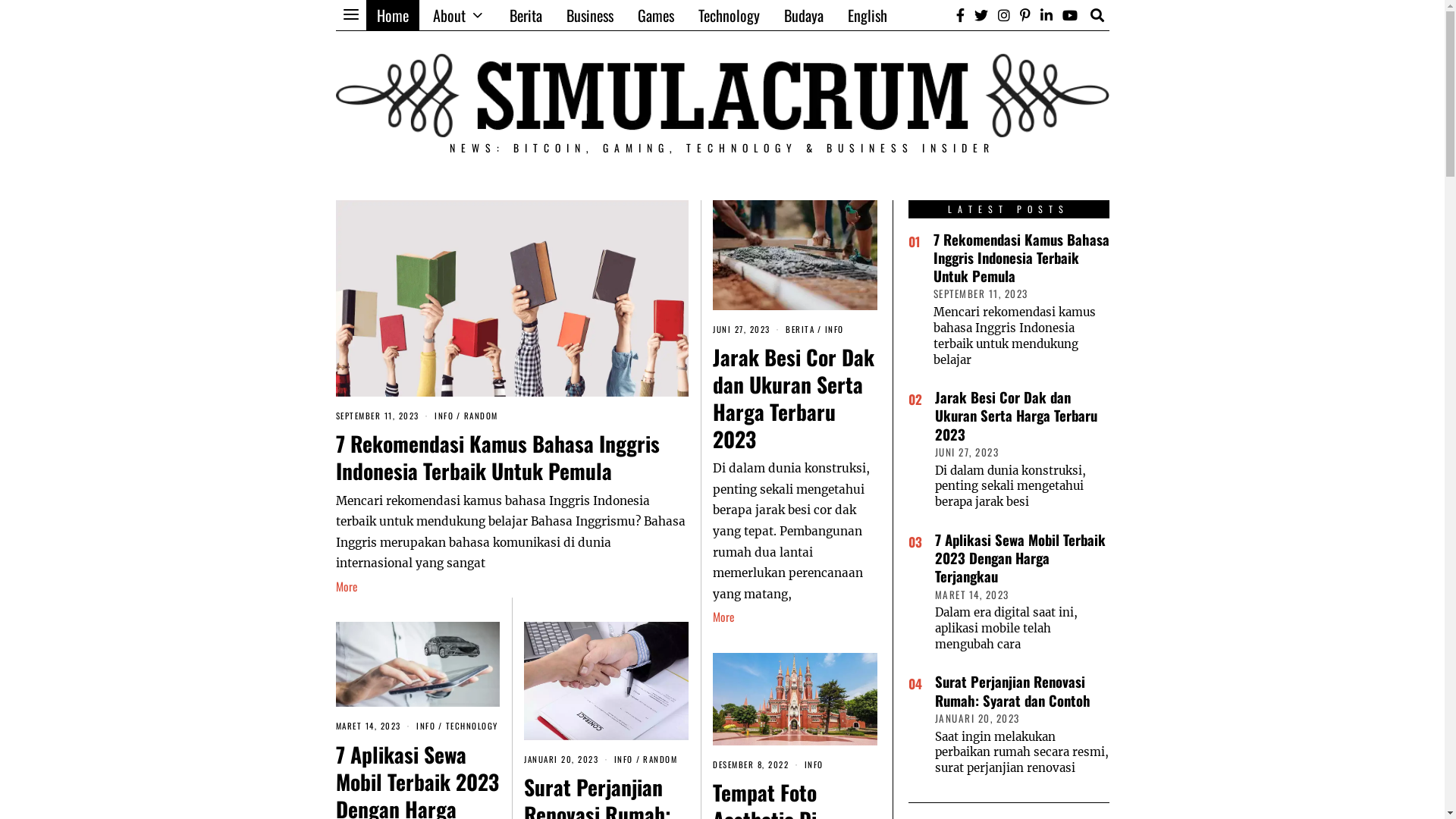 The width and height of the screenshot is (1456, 819). What do you see at coordinates (833, 328) in the screenshot?
I see `'INFO'` at bounding box center [833, 328].